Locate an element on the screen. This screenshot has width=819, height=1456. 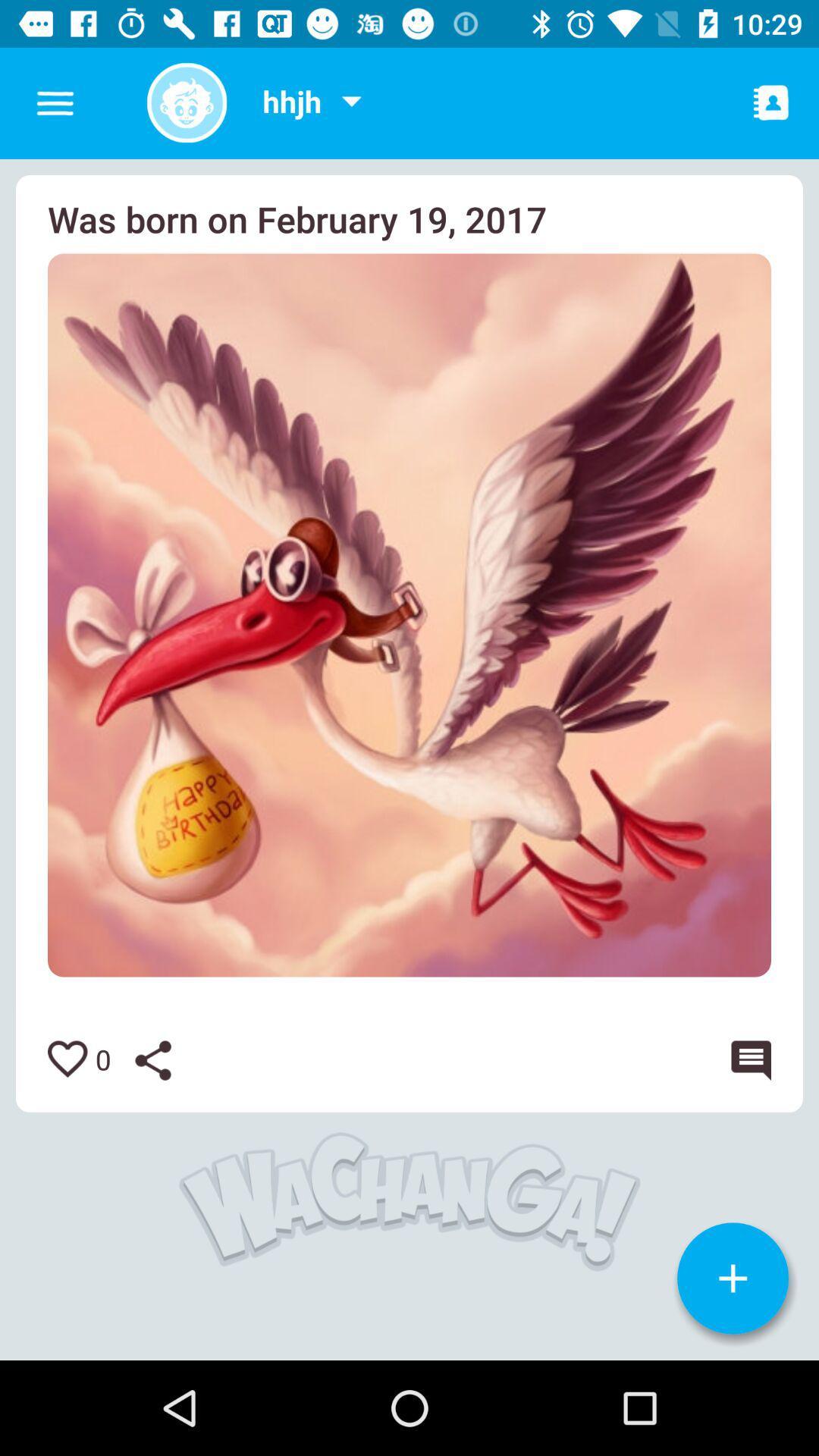
would drop down the name box is located at coordinates (351, 102).